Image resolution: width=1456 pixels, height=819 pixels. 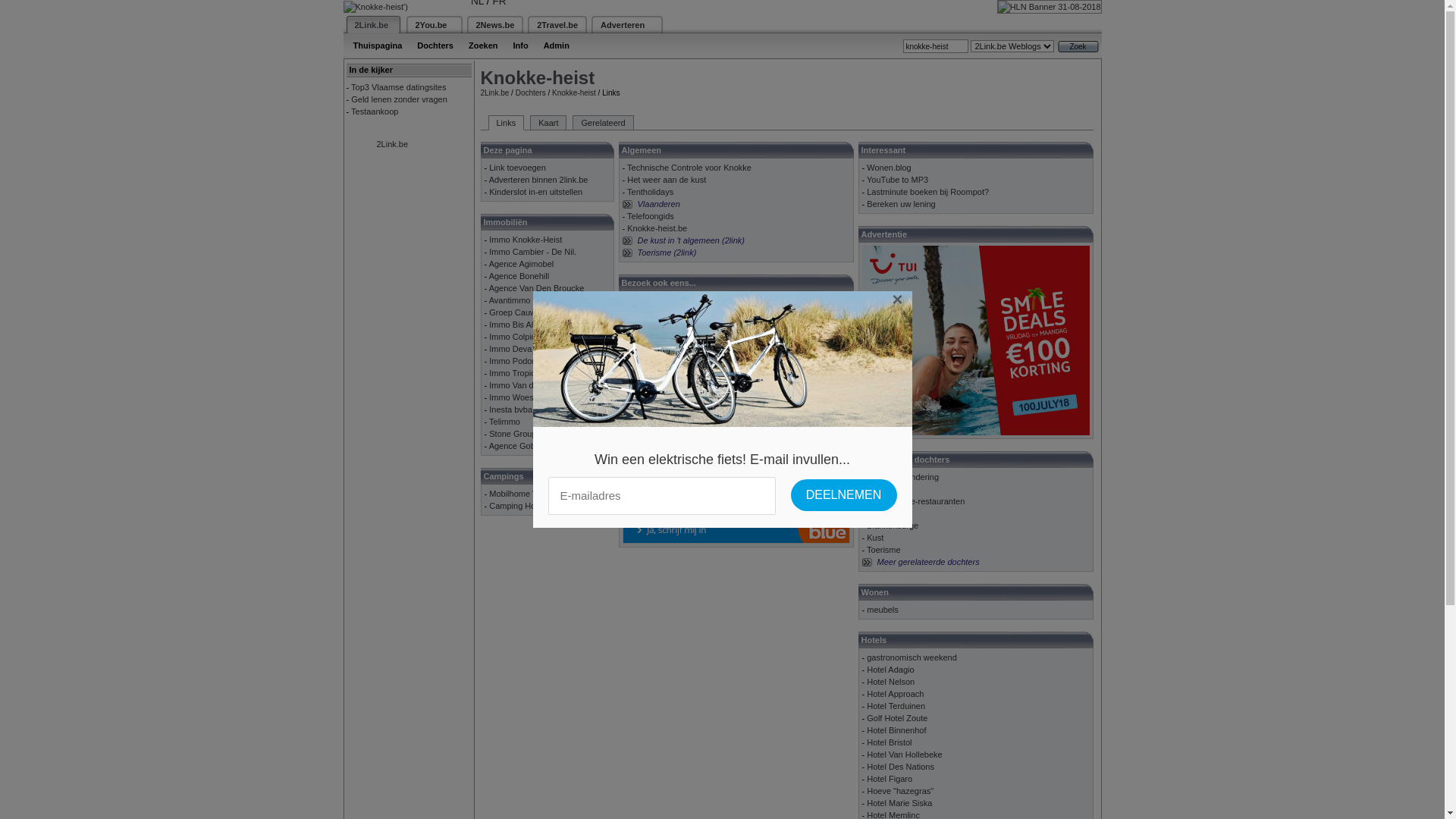 I want to click on 'Inesta bvba', so click(x=510, y=409).